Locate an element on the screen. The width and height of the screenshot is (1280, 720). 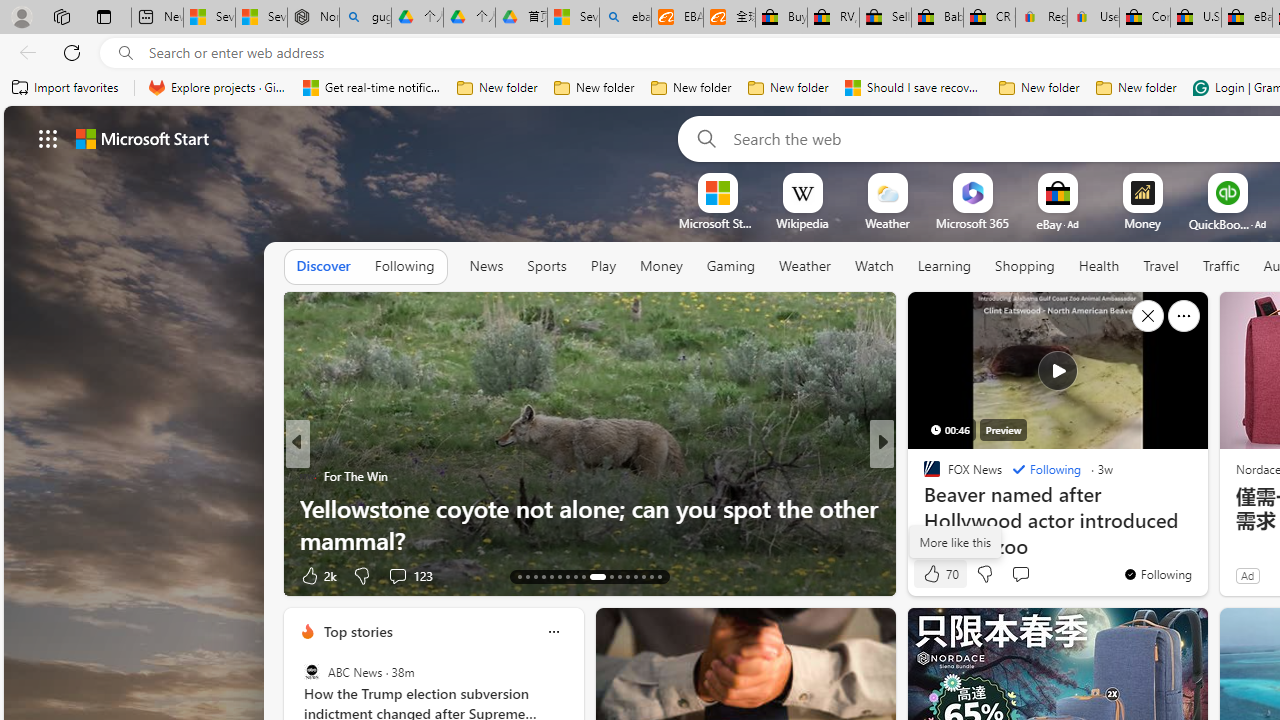
'U.S. State Privacy Disclosures - eBay Inc.' is located at coordinates (1196, 17).